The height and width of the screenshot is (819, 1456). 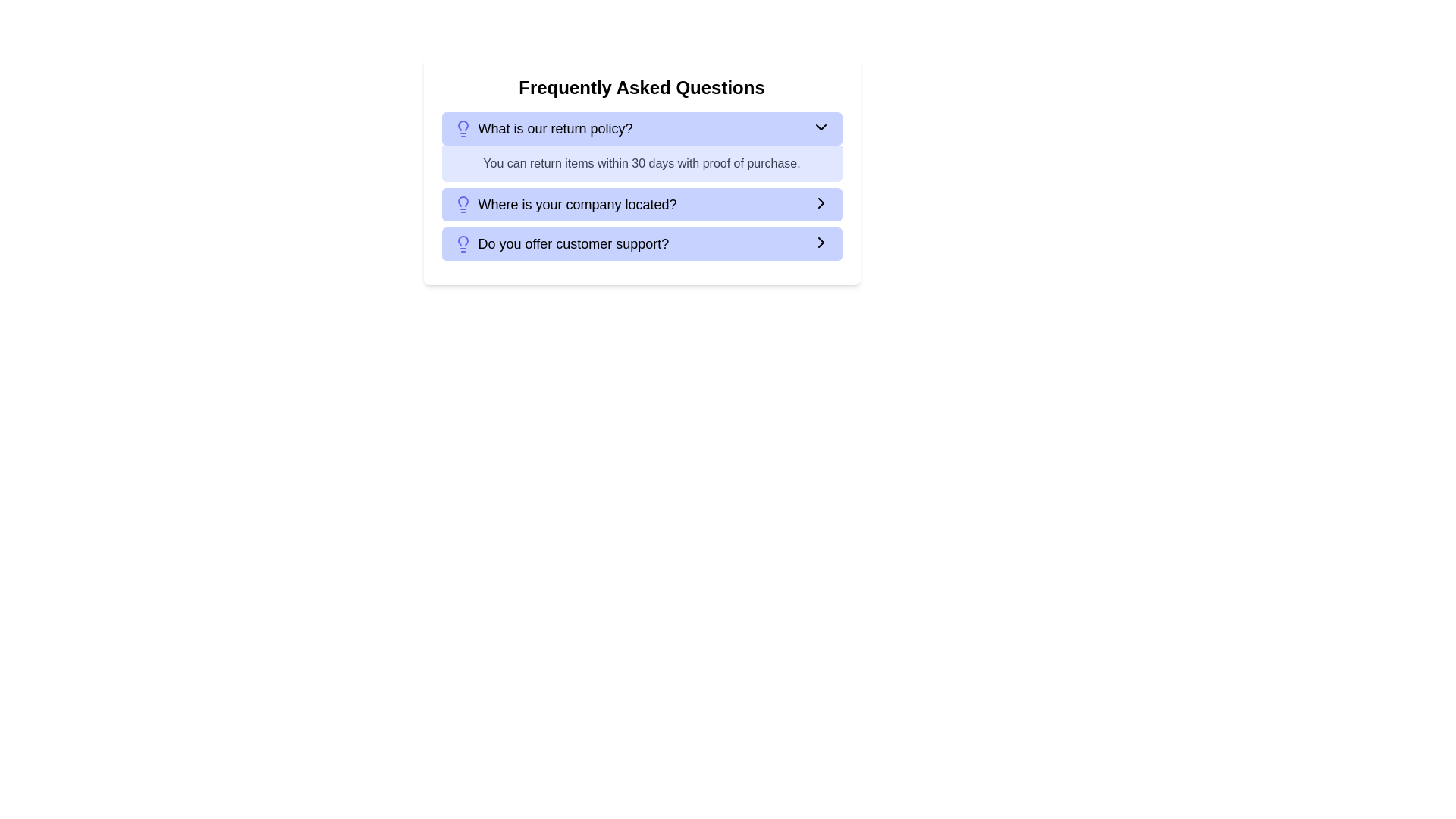 I want to click on the rightmost icon next to the question text 'Do you offer customer support?', so click(x=820, y=242).